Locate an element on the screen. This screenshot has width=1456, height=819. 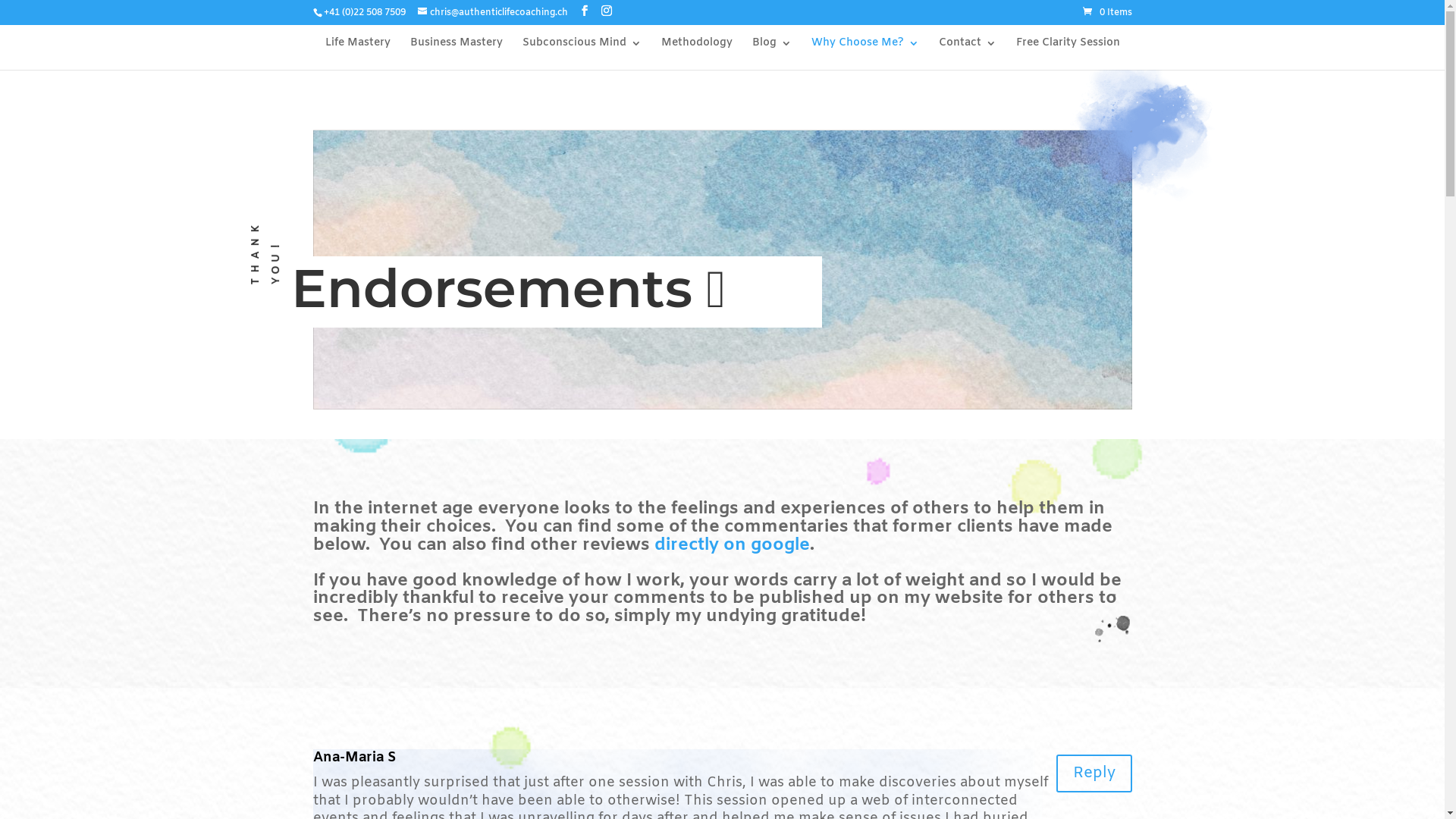
'Free Clarity Session' is located at coordinates (1015, 52).